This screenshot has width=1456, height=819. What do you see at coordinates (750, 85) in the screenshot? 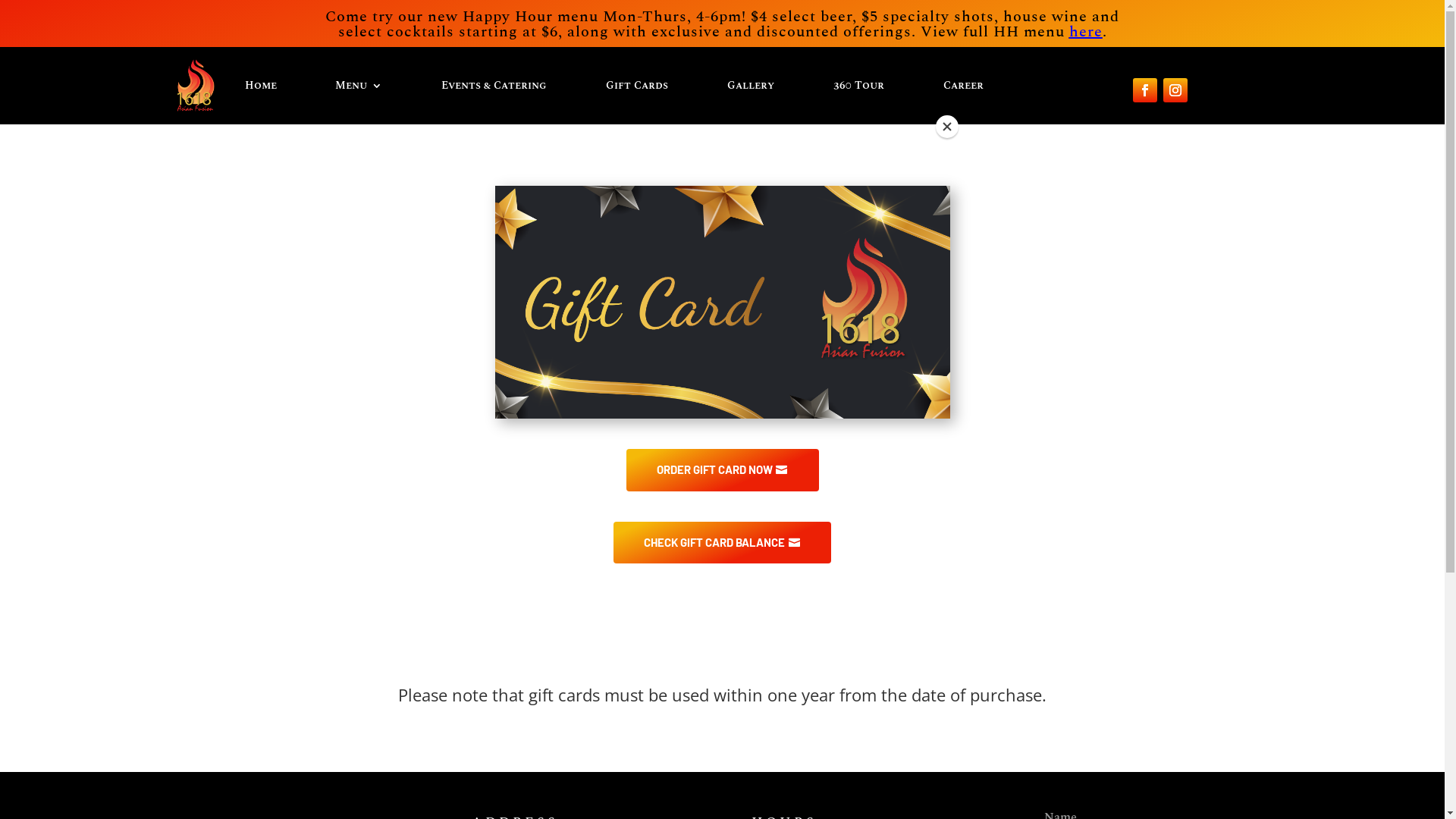
I see `'Gallery'` at bounding box center [750, 85].